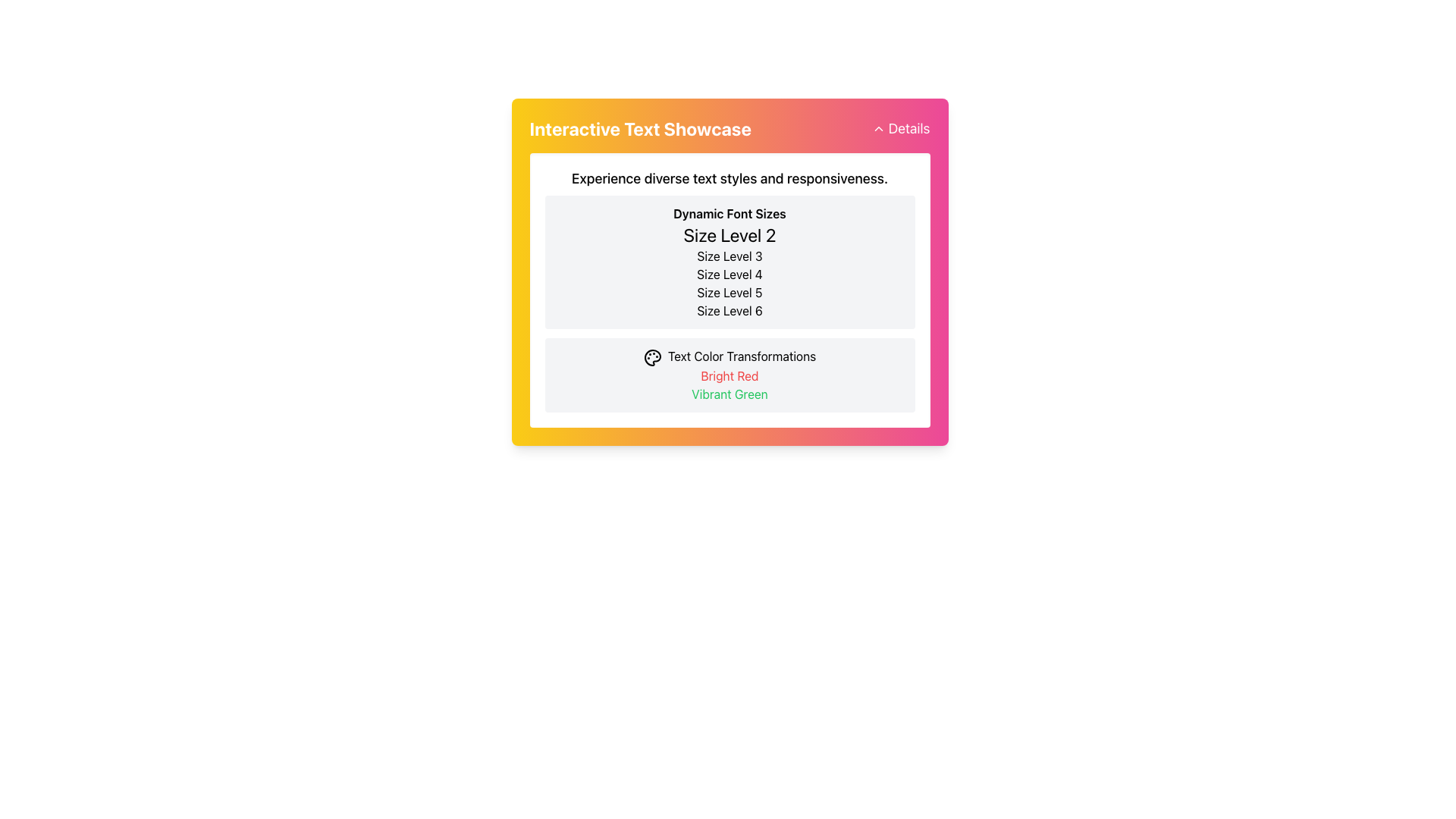  I want to click on the decorative icon that enhances the visual appeal of the 'Text Color Transformations' section, positioned before the corresponding text, so click(652, 357).